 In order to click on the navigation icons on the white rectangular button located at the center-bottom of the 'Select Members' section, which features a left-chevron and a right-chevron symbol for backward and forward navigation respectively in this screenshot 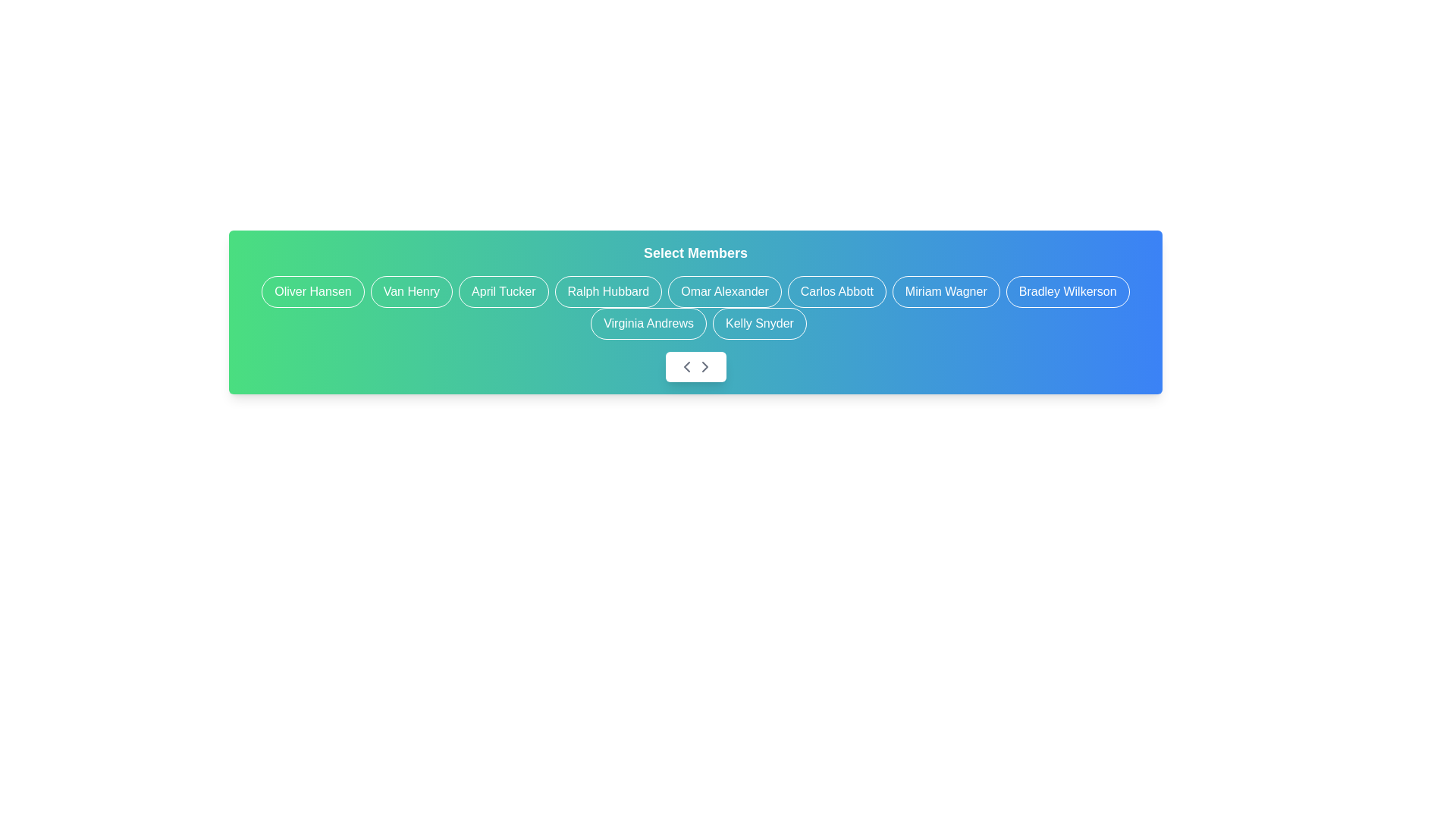, I will do `click(695, 366)`.